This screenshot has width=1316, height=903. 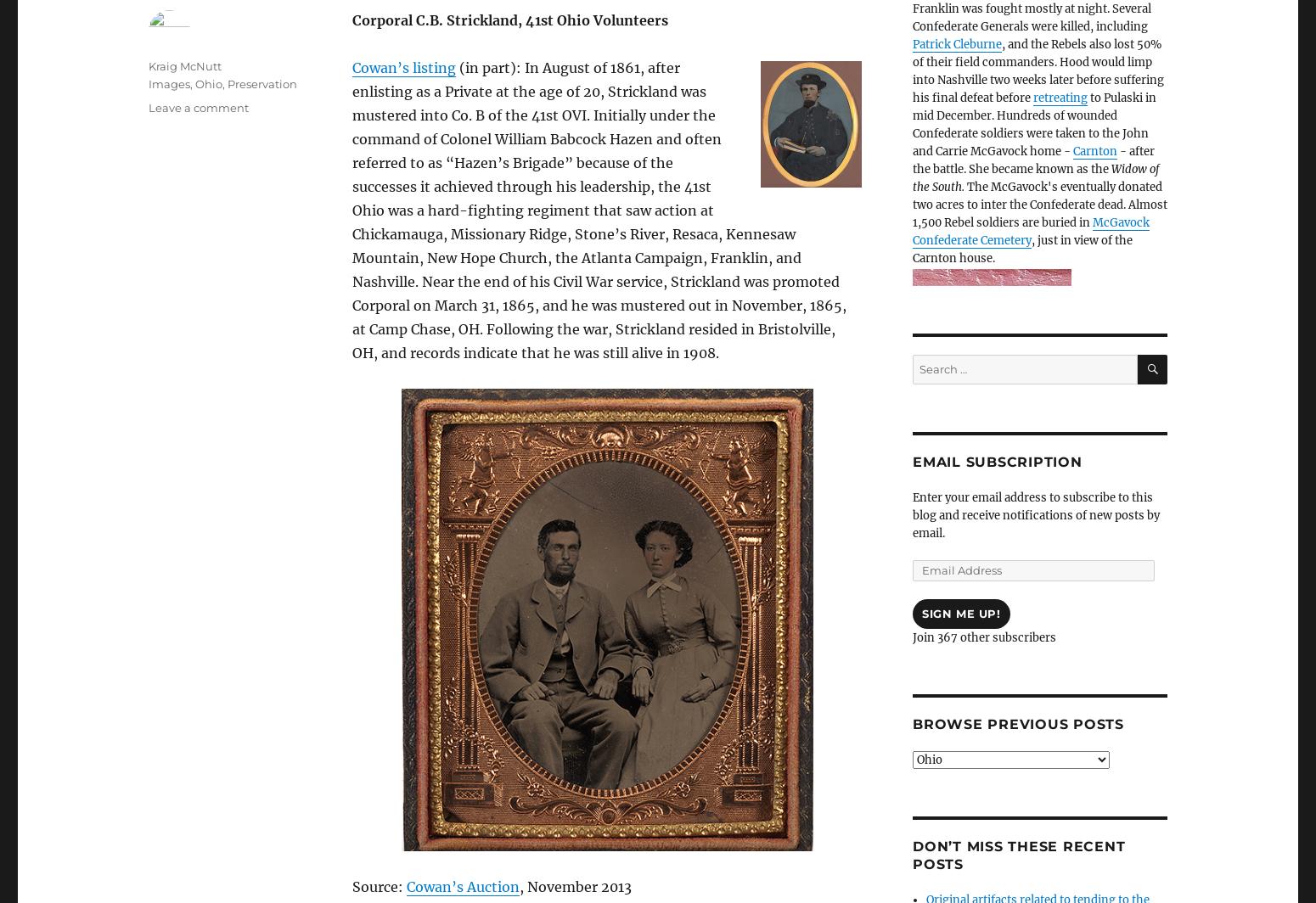 I want to click on 'Don’t miss these recent posts', so click(x=1019, y=854).